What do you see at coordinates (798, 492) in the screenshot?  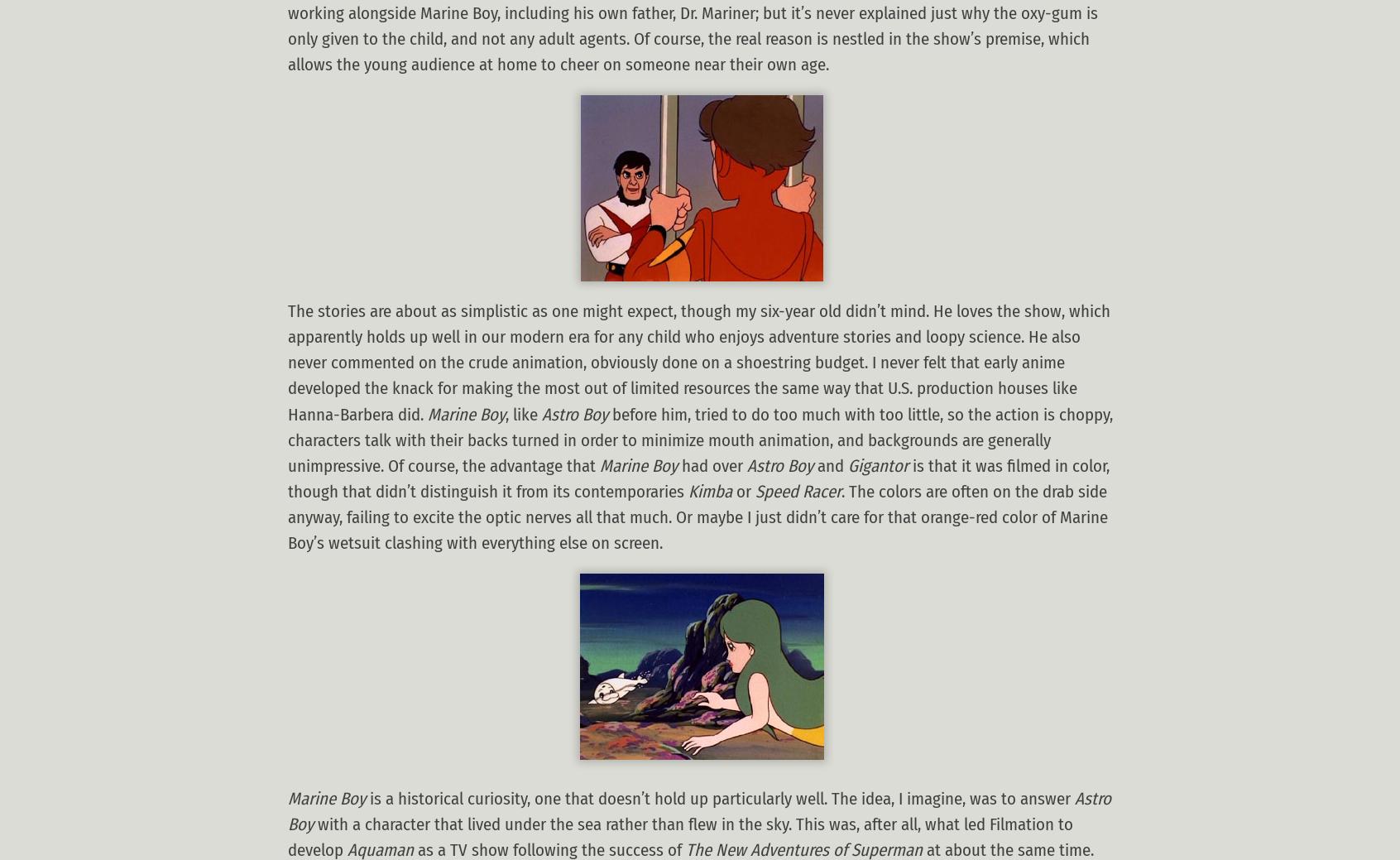 I see `'Speed Racer'` at bounding box center [798, 492].